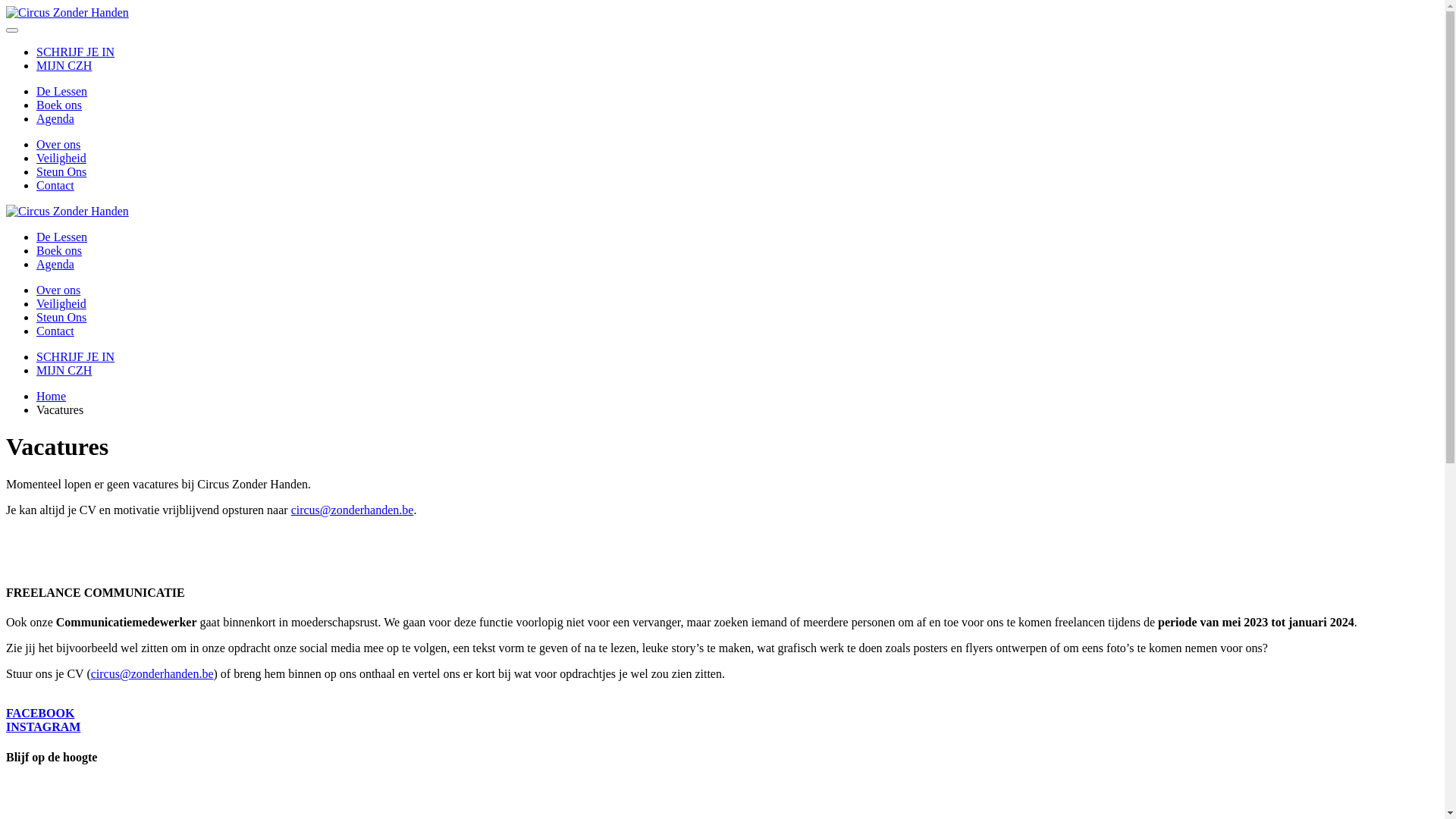 This screenshot has width=1456, height=819. What do you see at coordinates (51, 395) in the screenshot?
I see `'Home'` at bounding box center [51, 395].